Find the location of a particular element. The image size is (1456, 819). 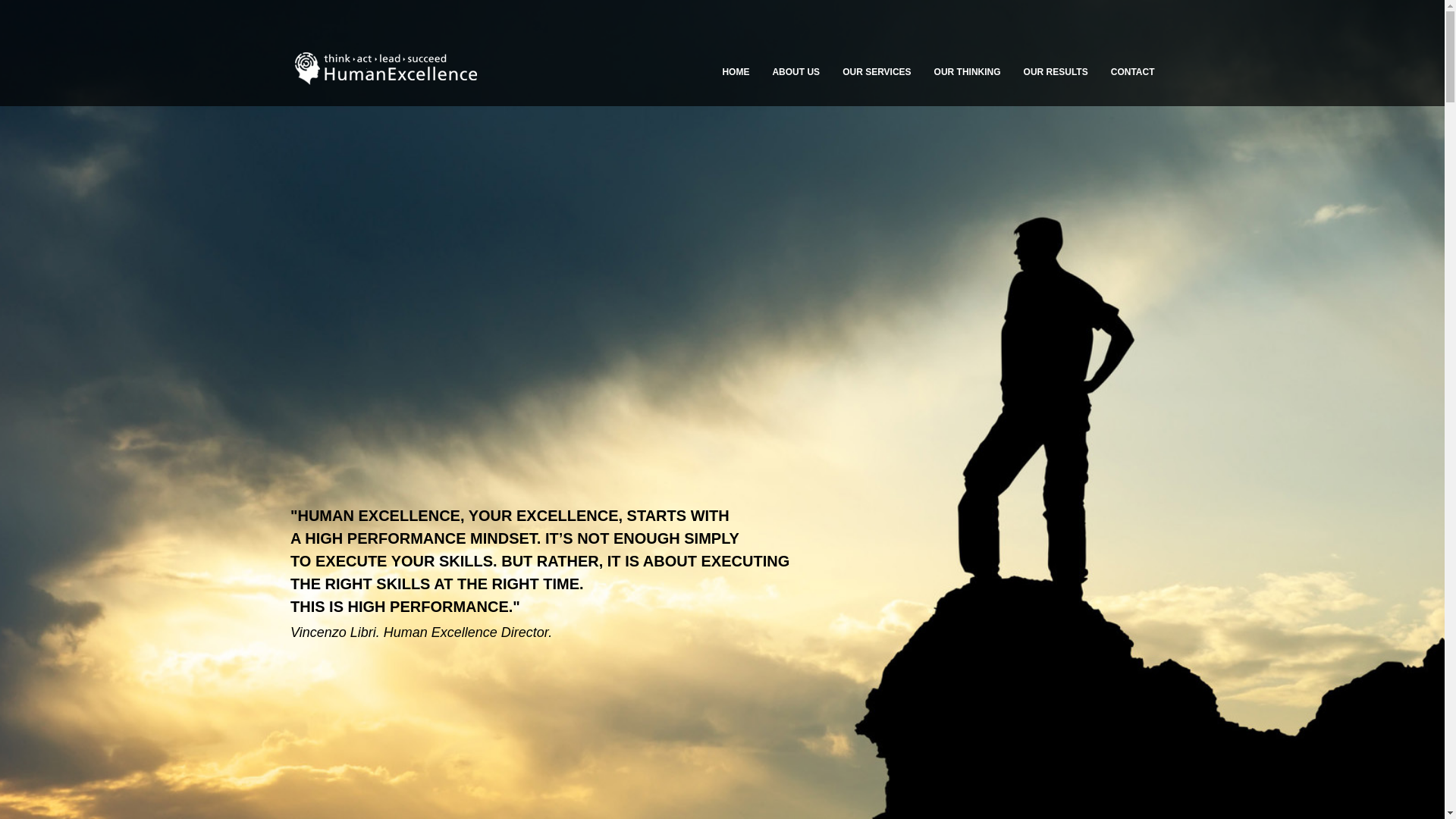

'OUR RESULTS' is located at coordinates (1055, 72).